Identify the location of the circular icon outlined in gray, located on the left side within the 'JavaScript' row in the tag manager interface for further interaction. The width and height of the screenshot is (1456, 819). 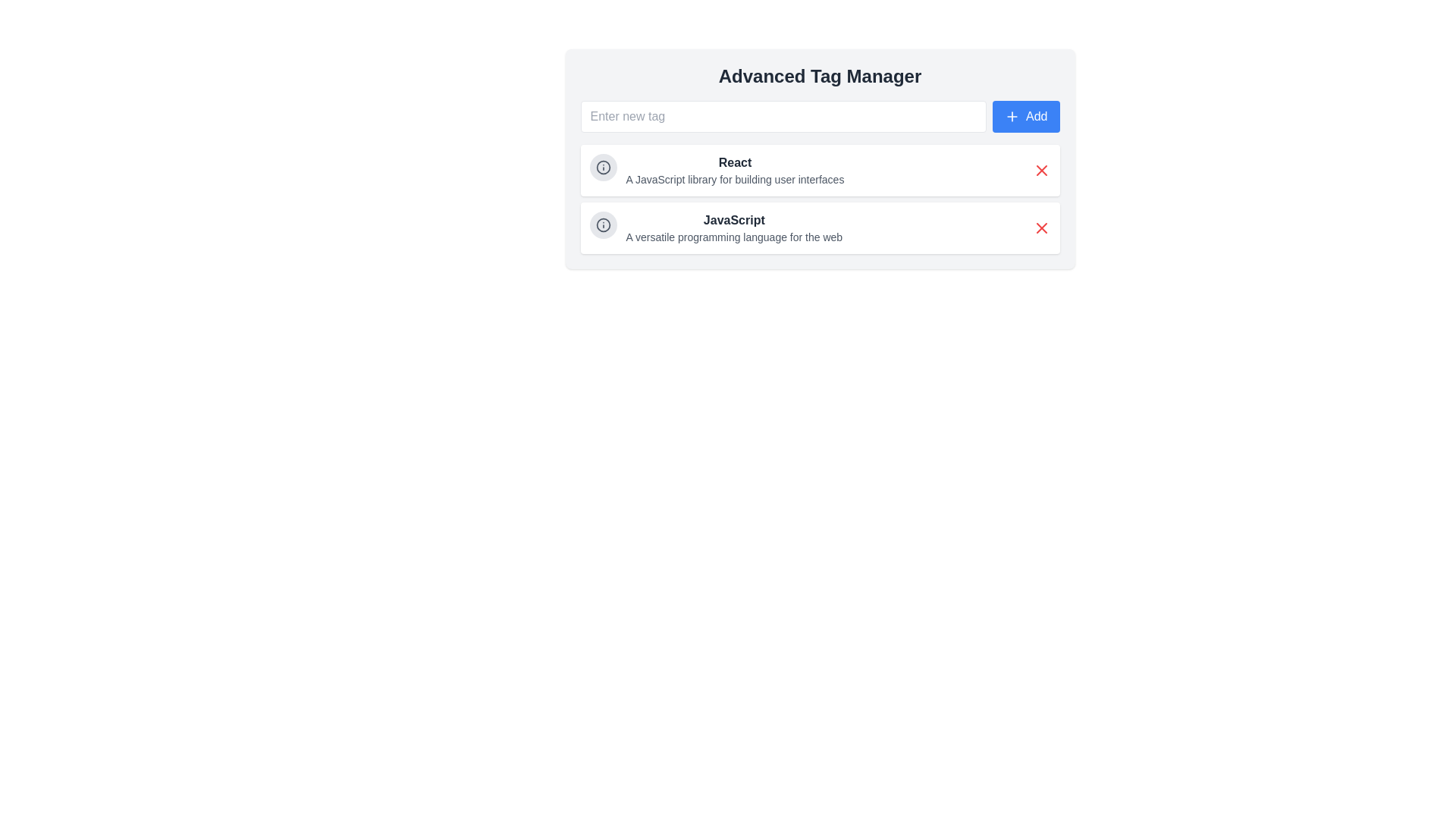
(602, 225).